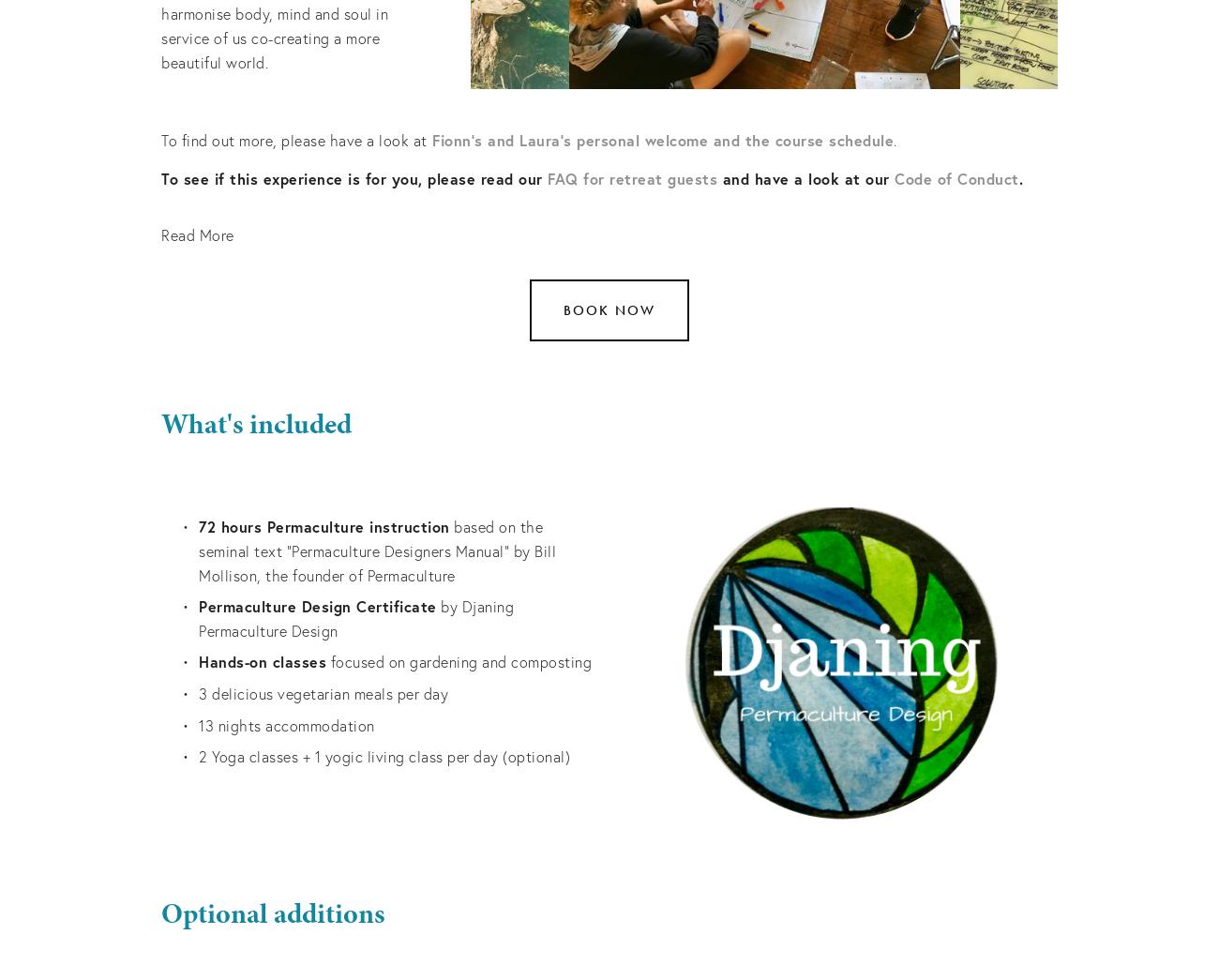  I want to click on 'To see if this experience is for you, please read our', so click(354, 178).